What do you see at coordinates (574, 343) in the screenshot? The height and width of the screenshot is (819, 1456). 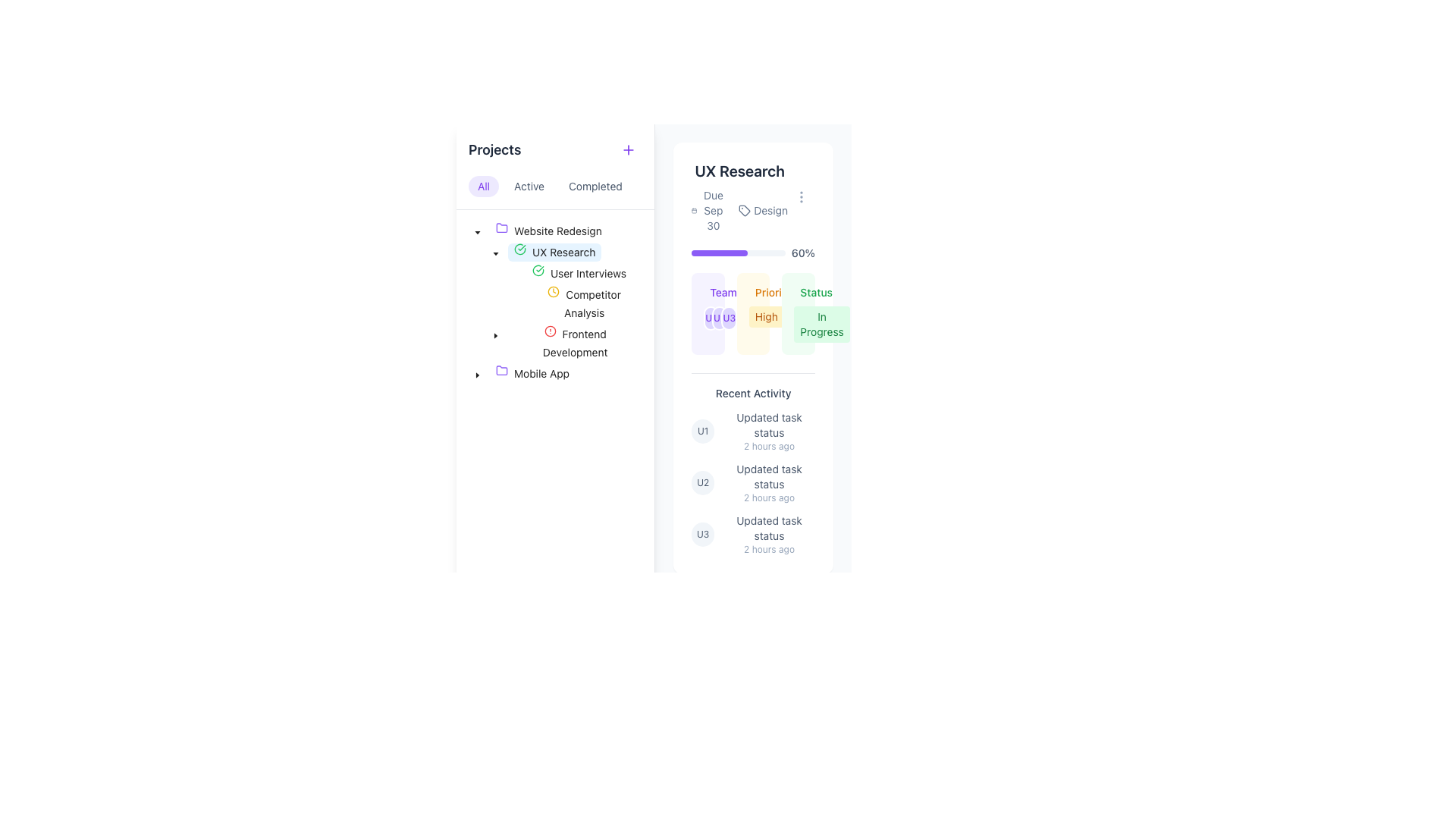 I see `the 'Frontend Development' task node in the project hierarchy under 'Website Redesign'` at bounding box center [574, 343].